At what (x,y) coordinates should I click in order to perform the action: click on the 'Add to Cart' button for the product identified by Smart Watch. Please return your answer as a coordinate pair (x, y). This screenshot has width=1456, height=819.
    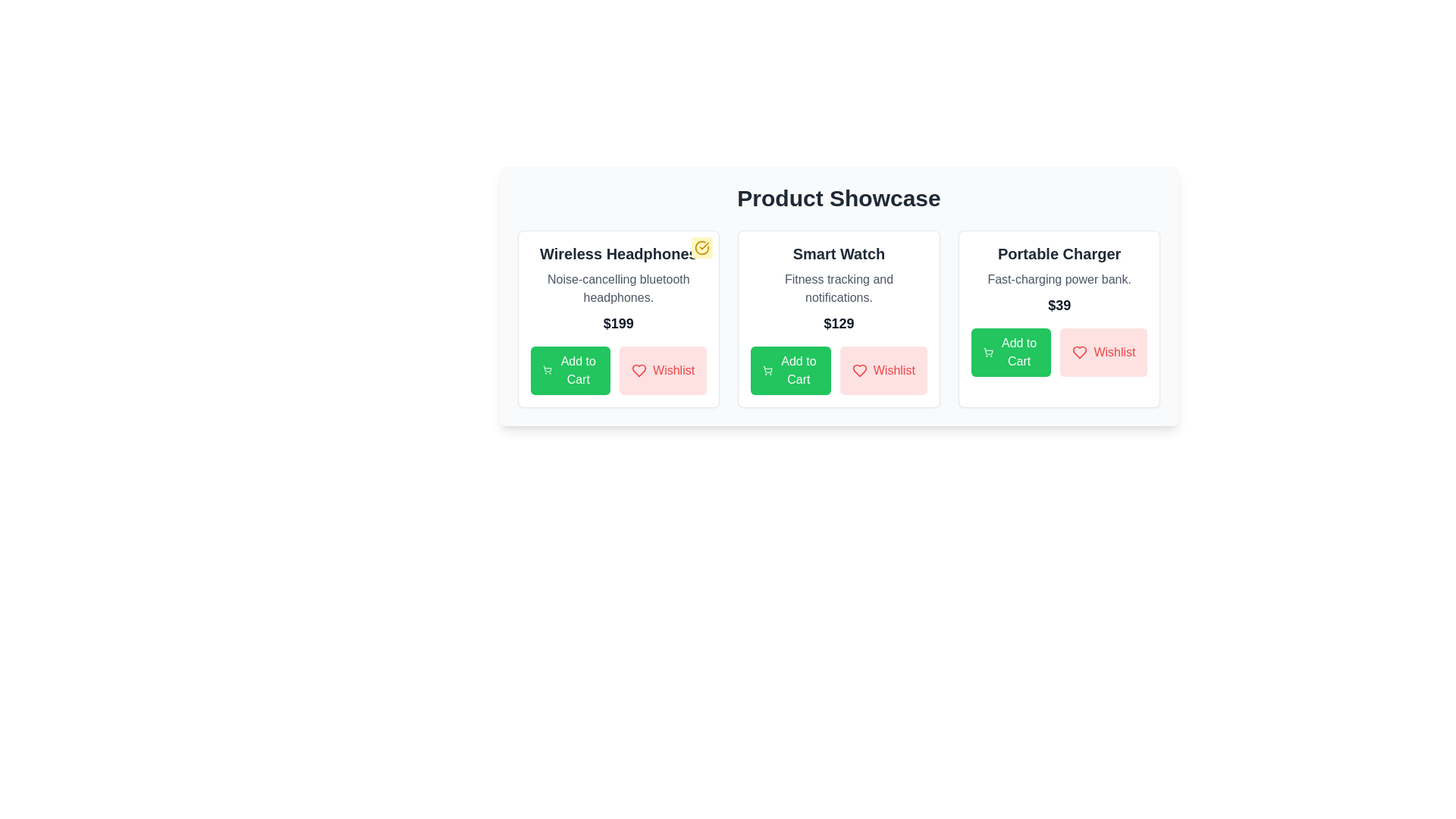
    Looking at the image, I should click on (789, 371).